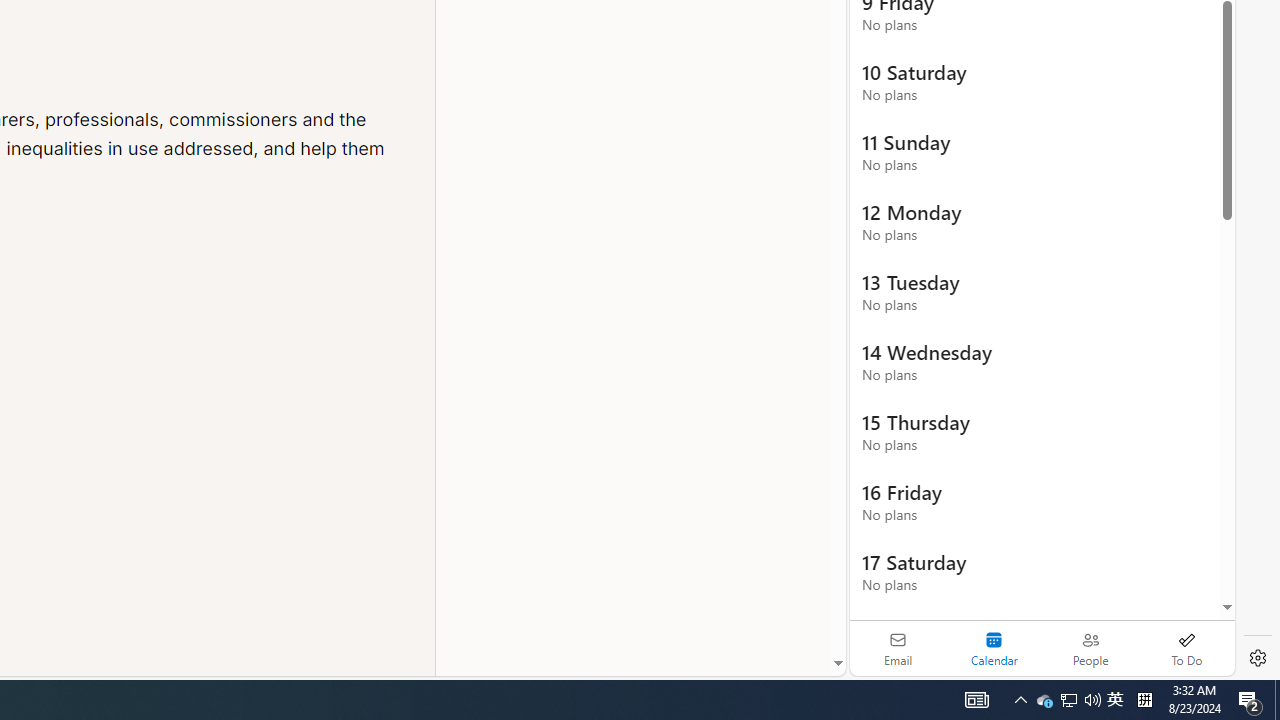 This screenshot has height=720, width=1280. What do you see at coordinates (897, 648) in the screenshot?
I see `'Email'` at bounding box center [897, 648].